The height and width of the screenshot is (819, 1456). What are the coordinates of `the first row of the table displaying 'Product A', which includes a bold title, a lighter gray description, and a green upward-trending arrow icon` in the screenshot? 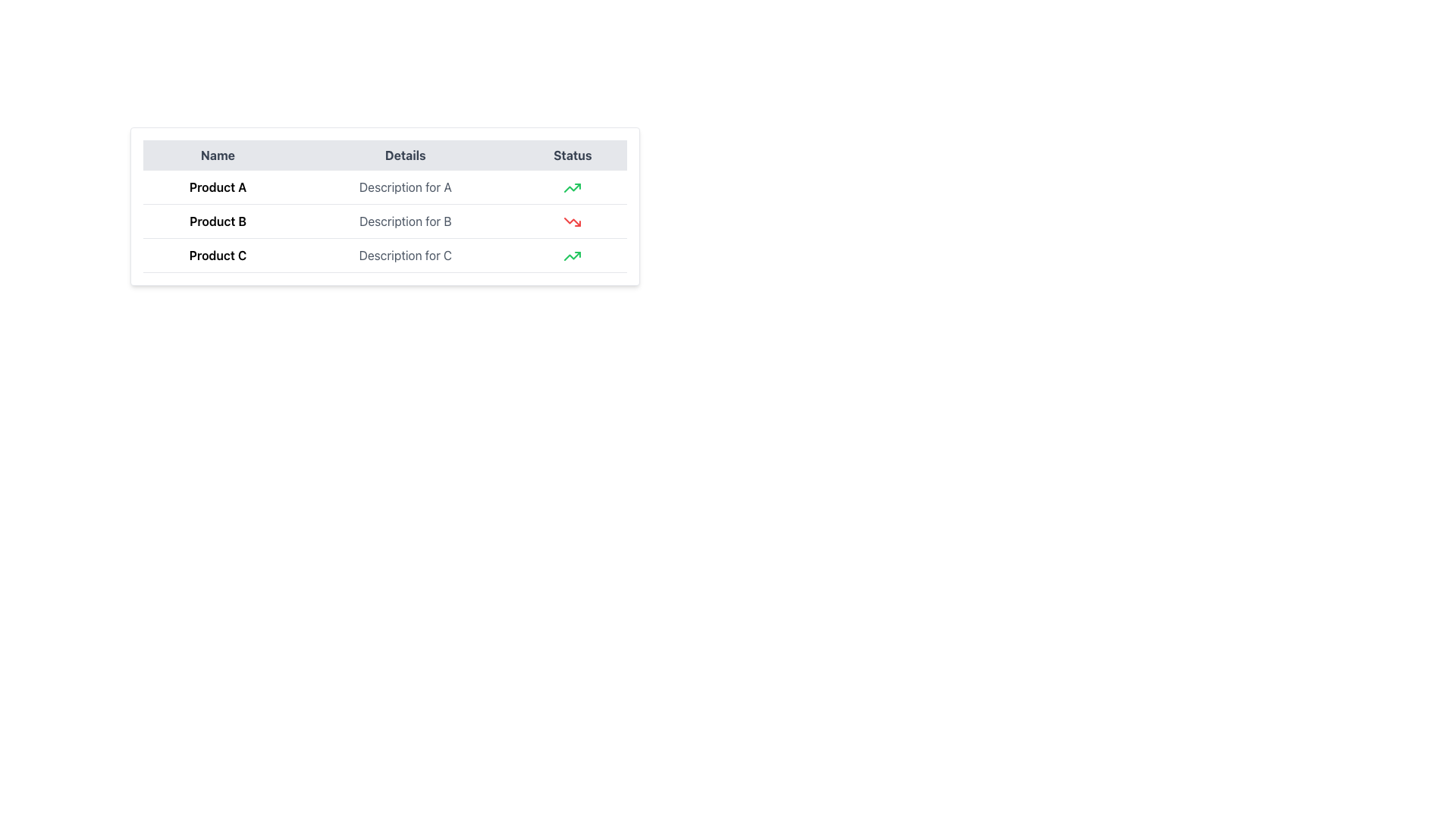 It's located at (385, 186).